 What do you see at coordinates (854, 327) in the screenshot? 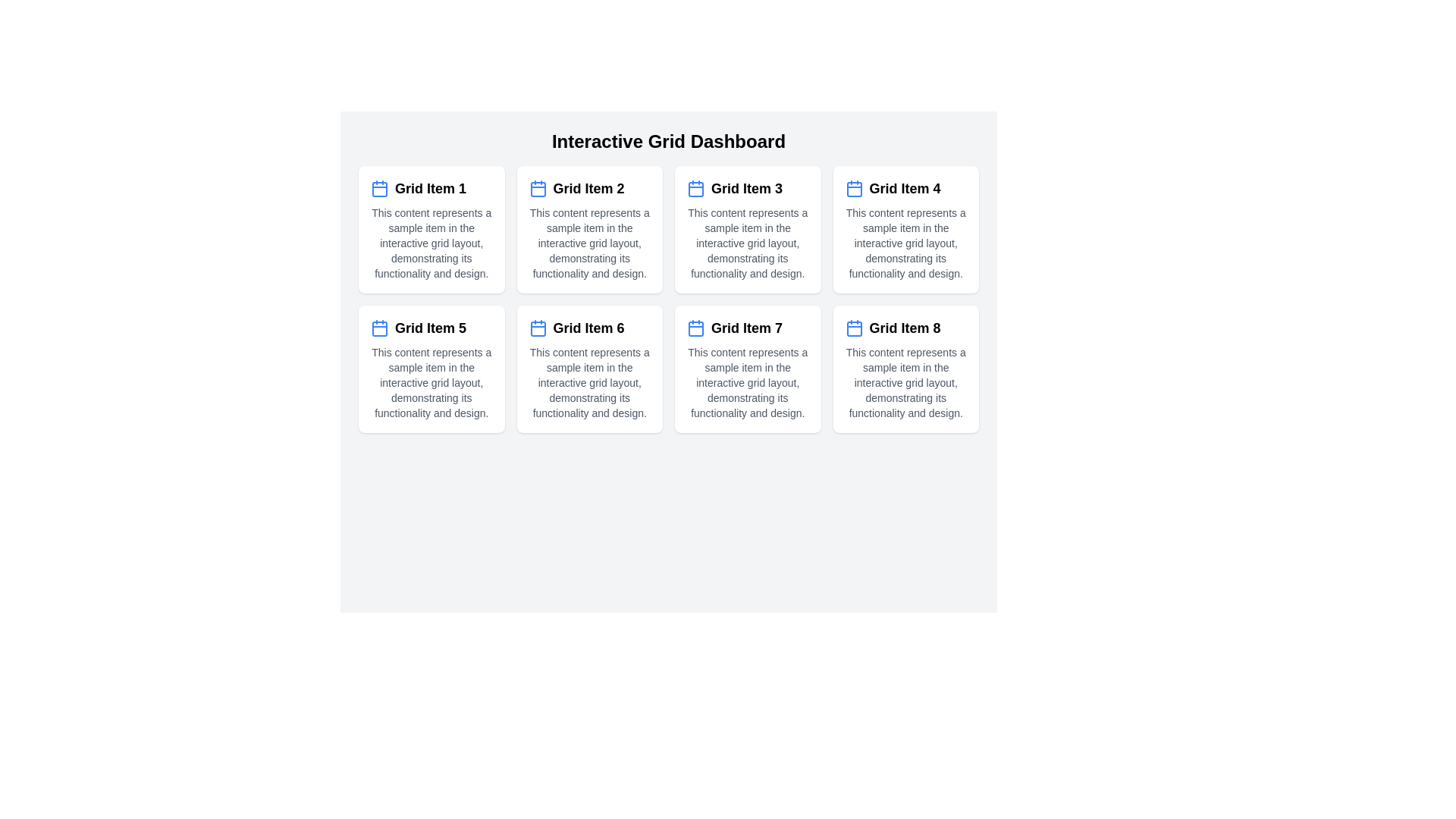
I see `the calendar icon located in the bottom-right corner of 'Grid Item 8', which is positioned to the left of the text header 'Grid Item 8'` at bounding box center [854, 327].